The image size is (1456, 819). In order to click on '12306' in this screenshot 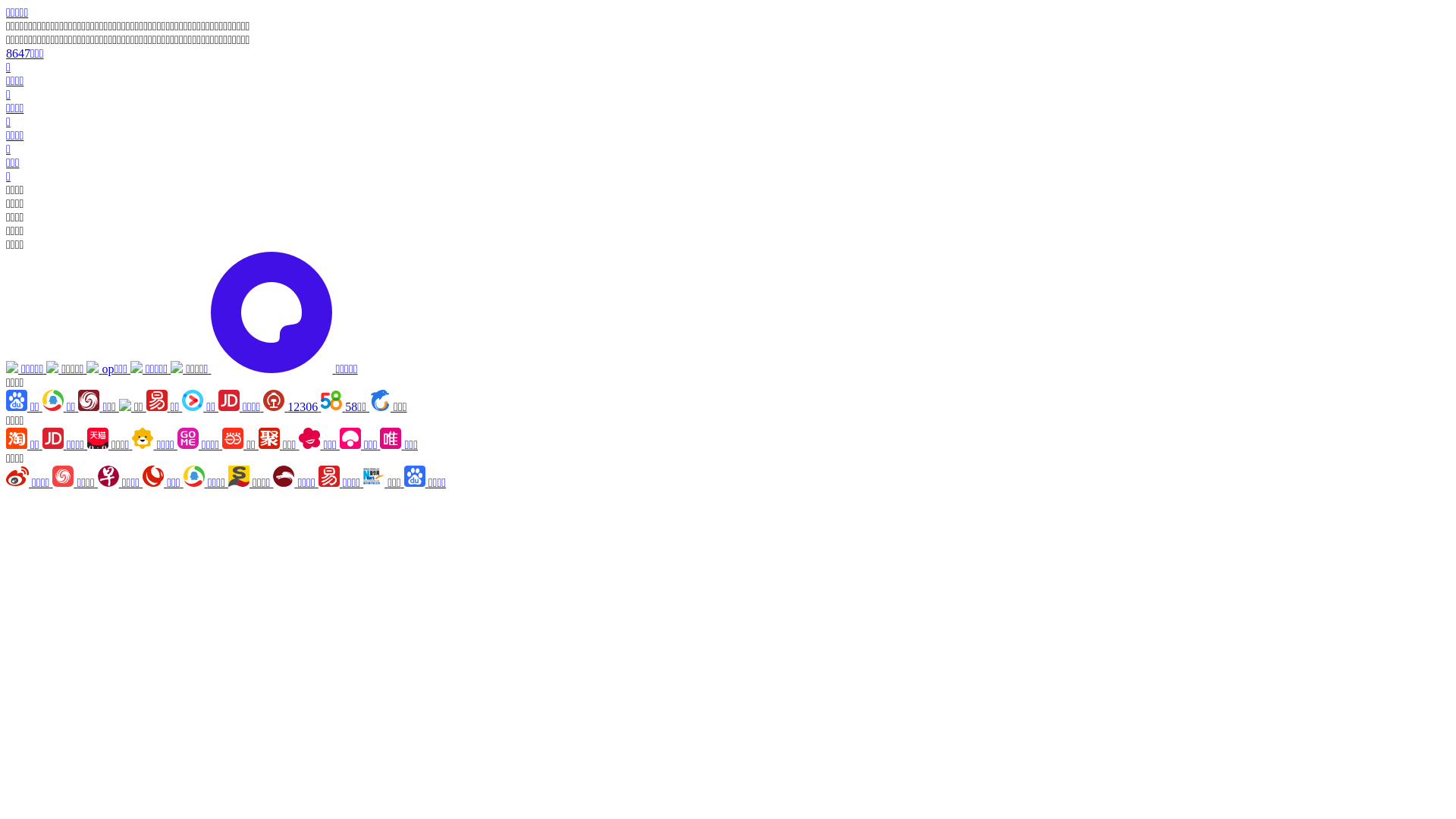, I will do `click(291, 406)`.